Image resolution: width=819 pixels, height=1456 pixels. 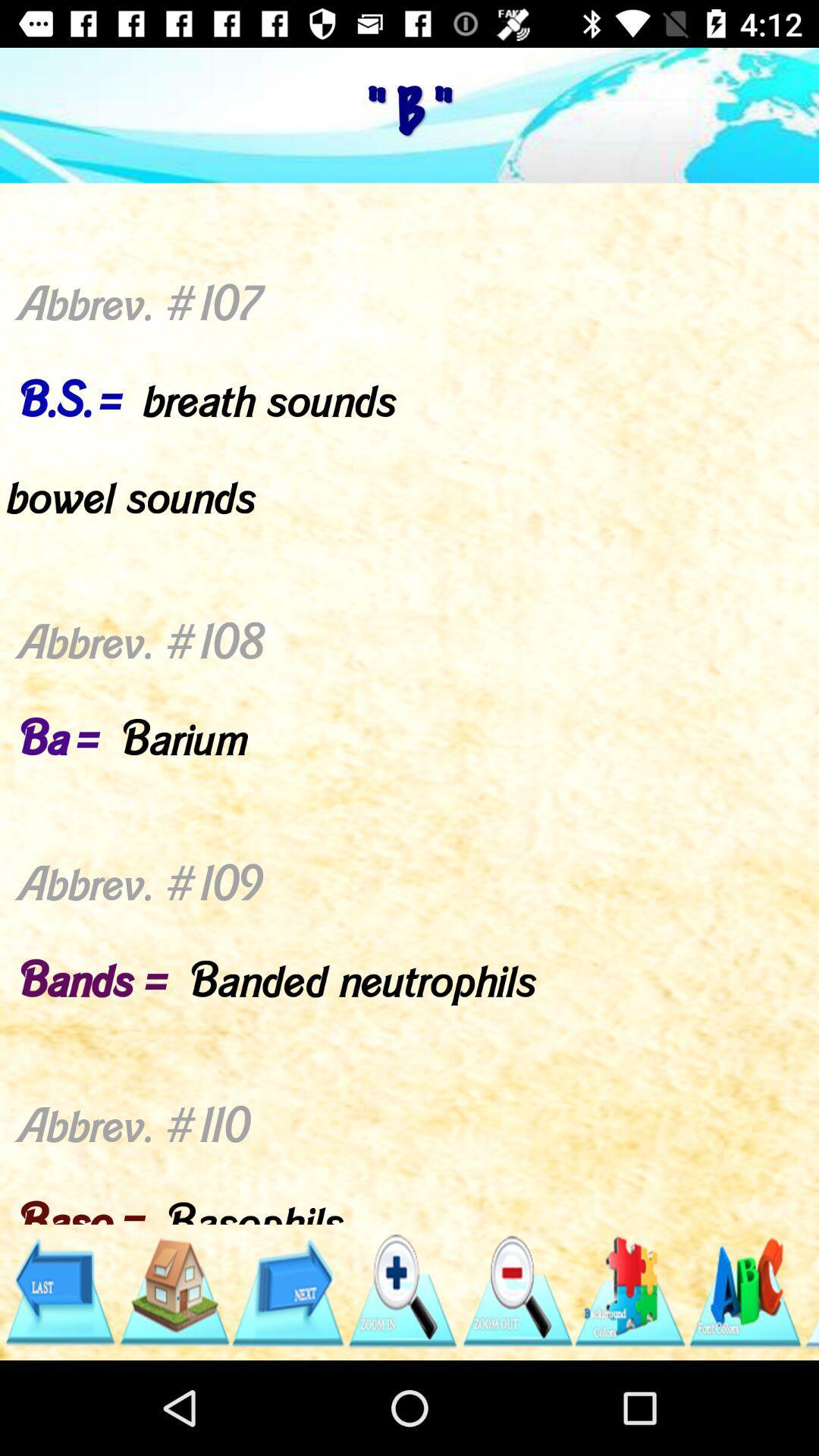 What do you see at coordinates (287, 1291) in the screenshot?
I see `next` at bounding box center [287, 1291].